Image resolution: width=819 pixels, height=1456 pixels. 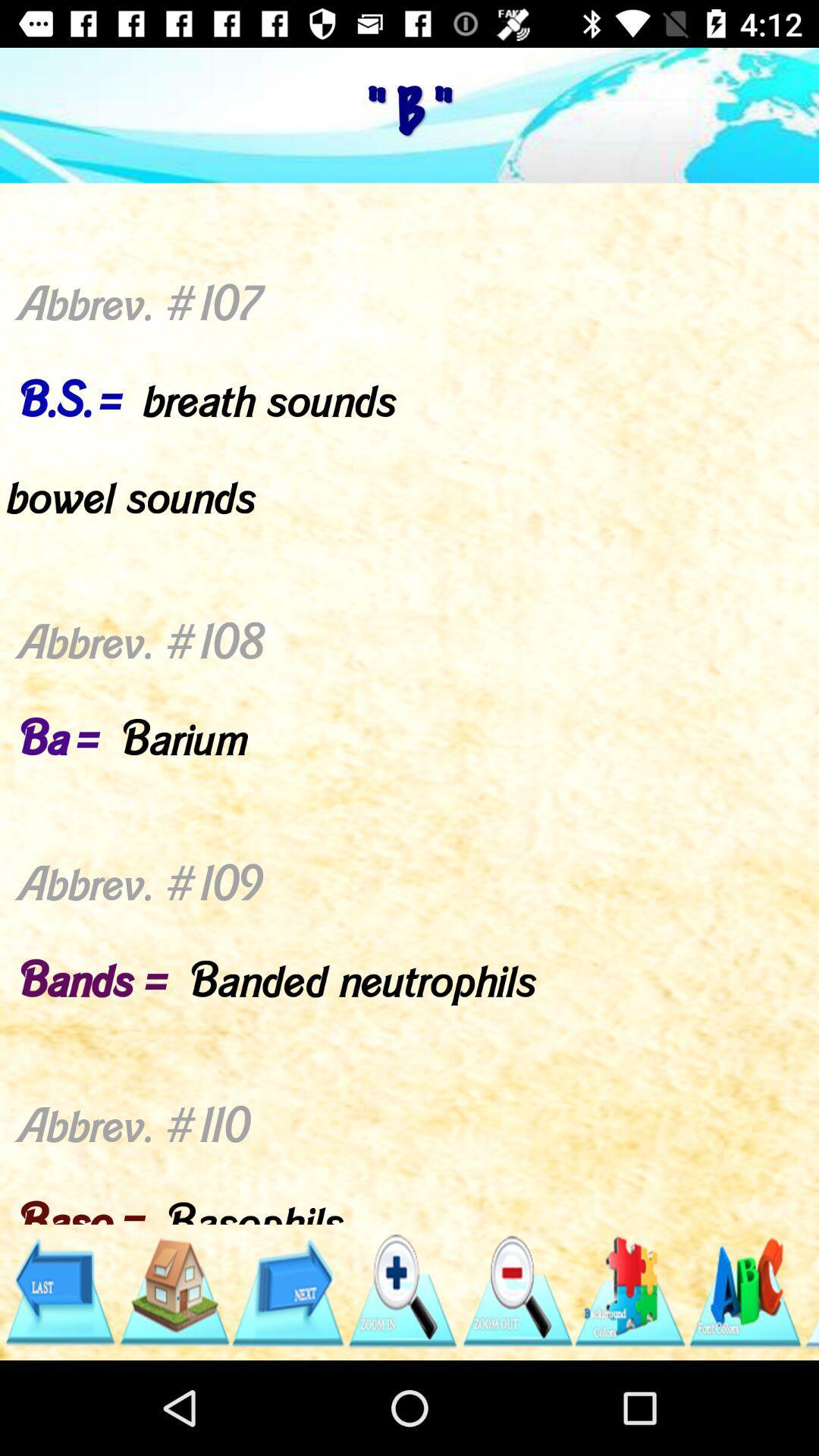 What do you see at coordinates (287, 1291) in the screenshot?
I see `next` at bounding box center [287, 1291].